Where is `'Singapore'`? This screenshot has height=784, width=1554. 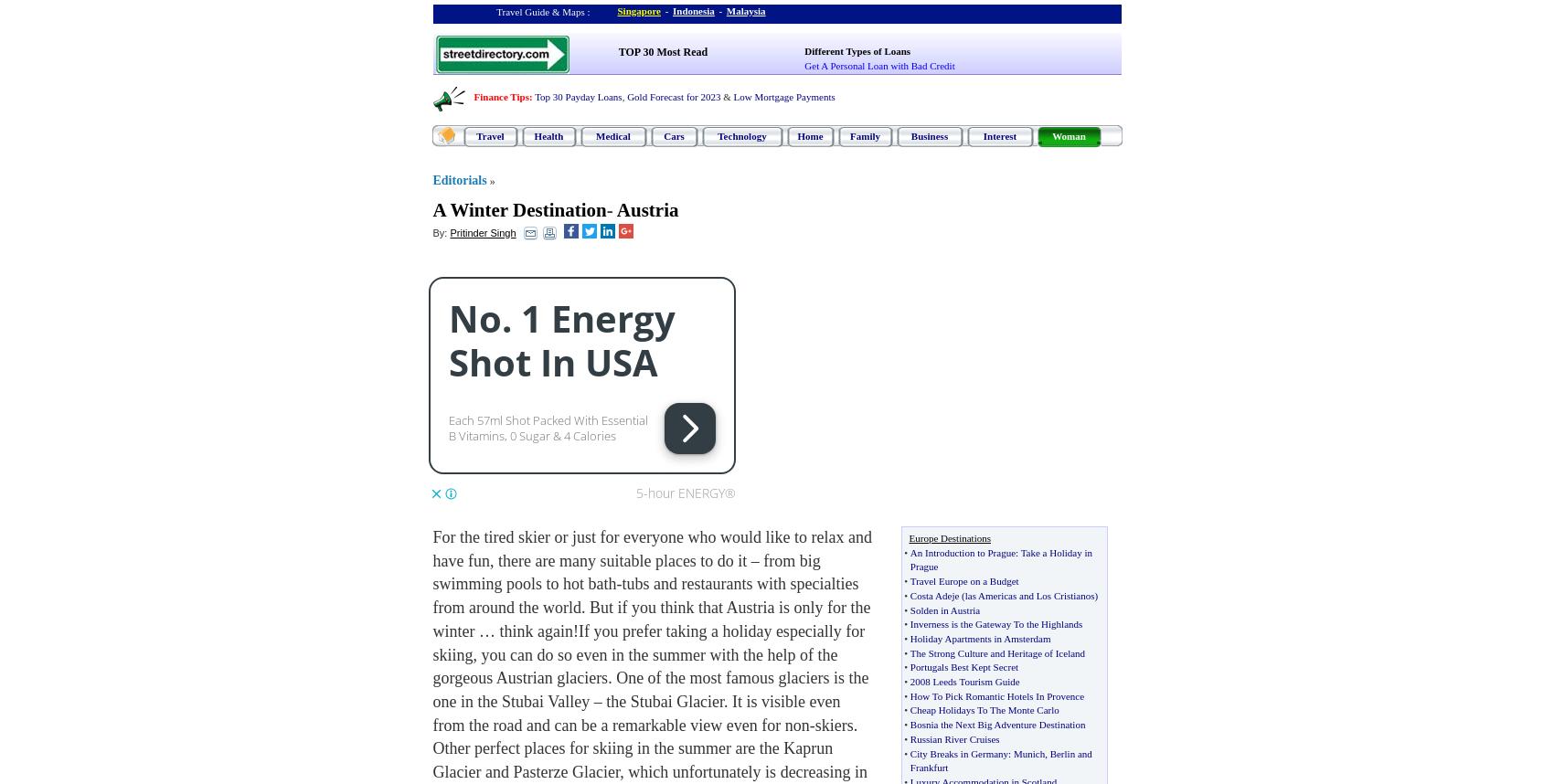
'Singapore' is located at coordinates (638, 11).